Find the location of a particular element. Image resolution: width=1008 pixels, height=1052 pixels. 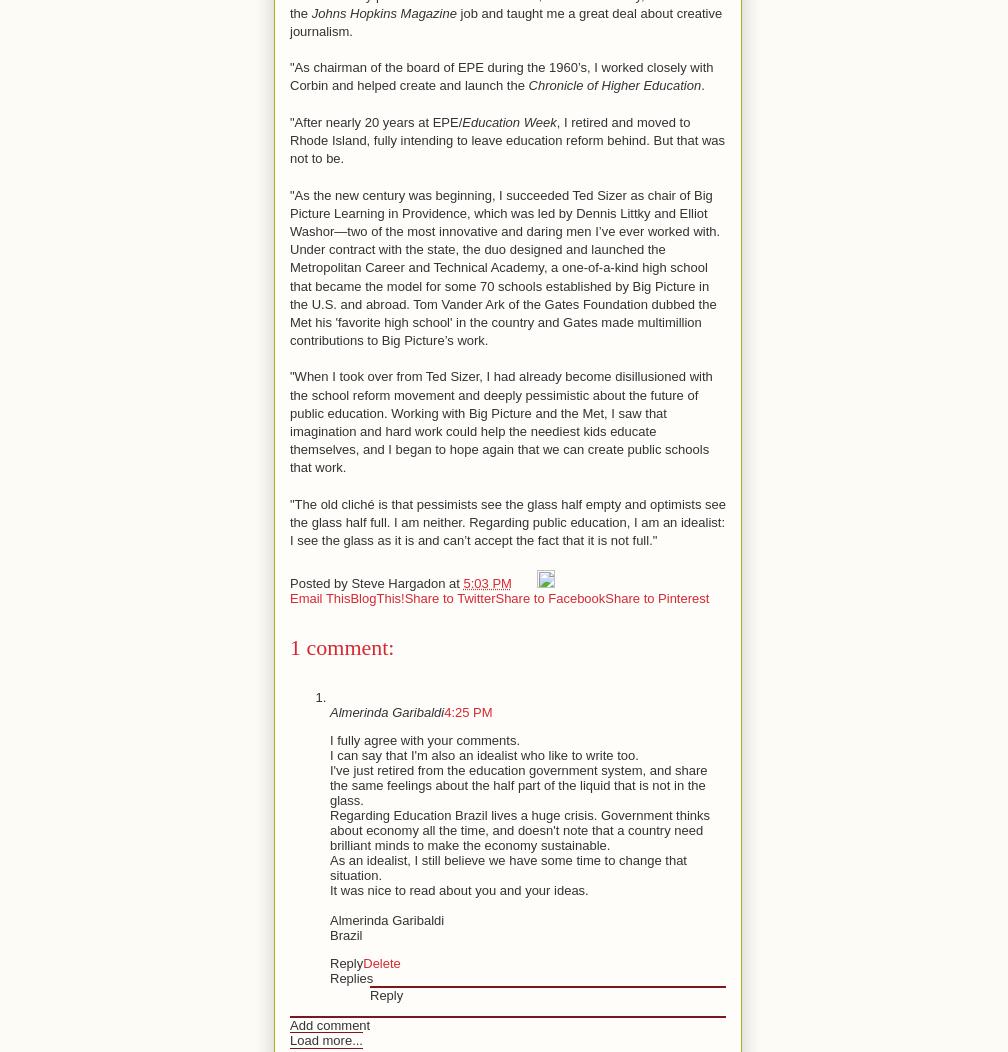

'"As chairman of the board of EPE during the 1960’s, I worked closely with Corbin and helped create and launch the' is located at coordinates (290, 75).